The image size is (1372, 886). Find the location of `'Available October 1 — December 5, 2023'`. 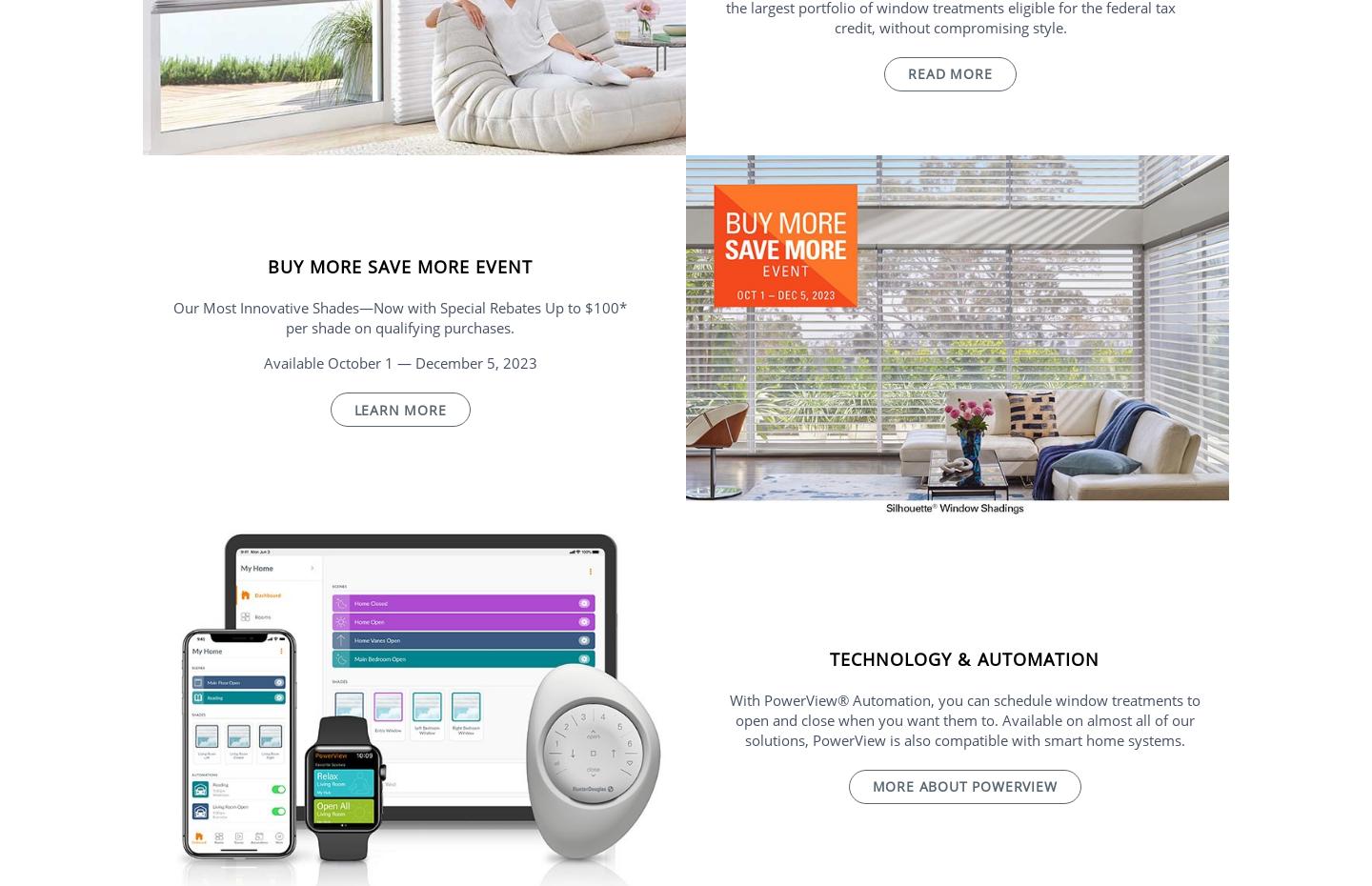

'Available October 1 — December 5, 2023' is located at coordinates (398, 362).